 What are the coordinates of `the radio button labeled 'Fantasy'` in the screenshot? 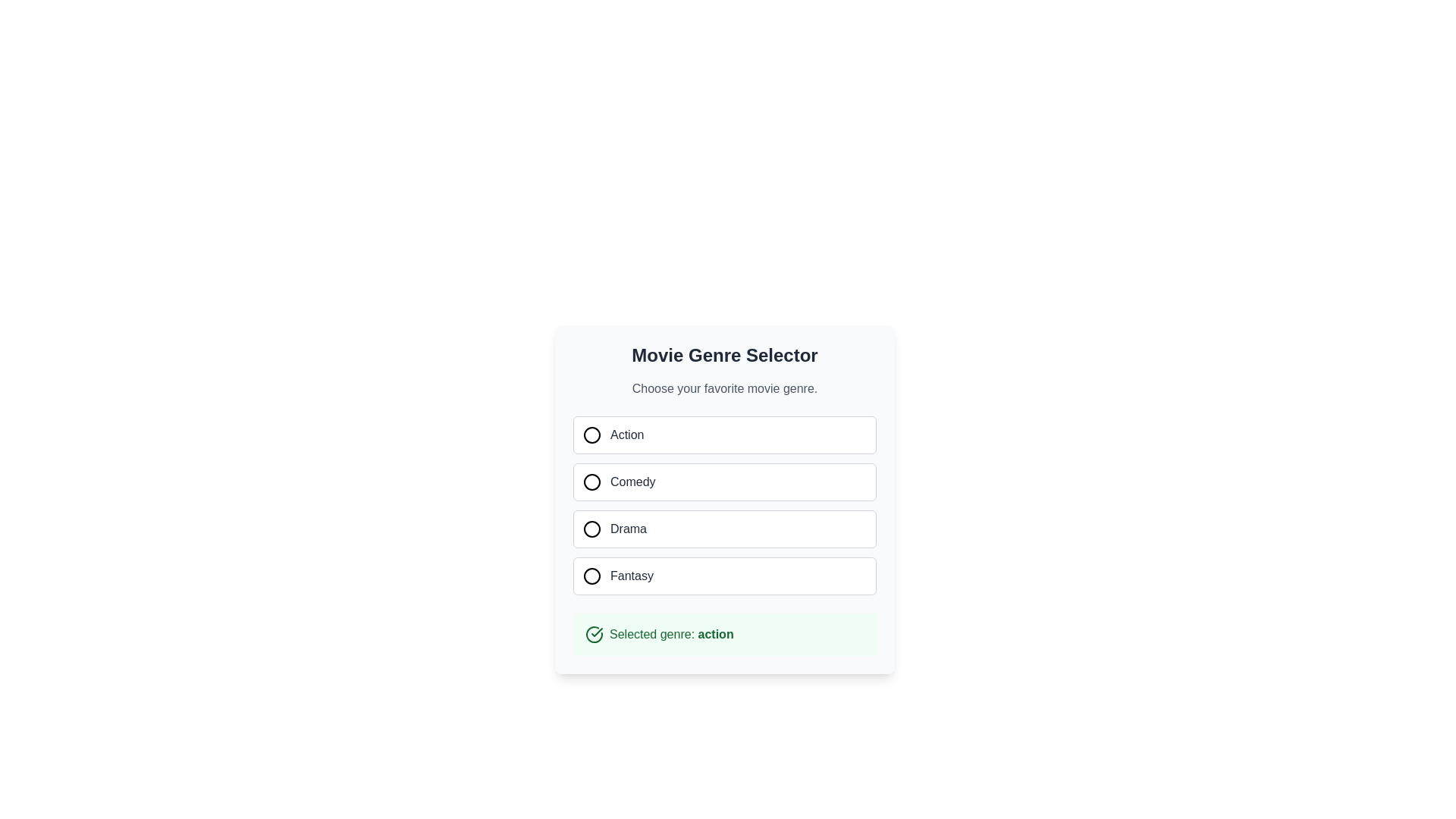 It's located at (723, 576).